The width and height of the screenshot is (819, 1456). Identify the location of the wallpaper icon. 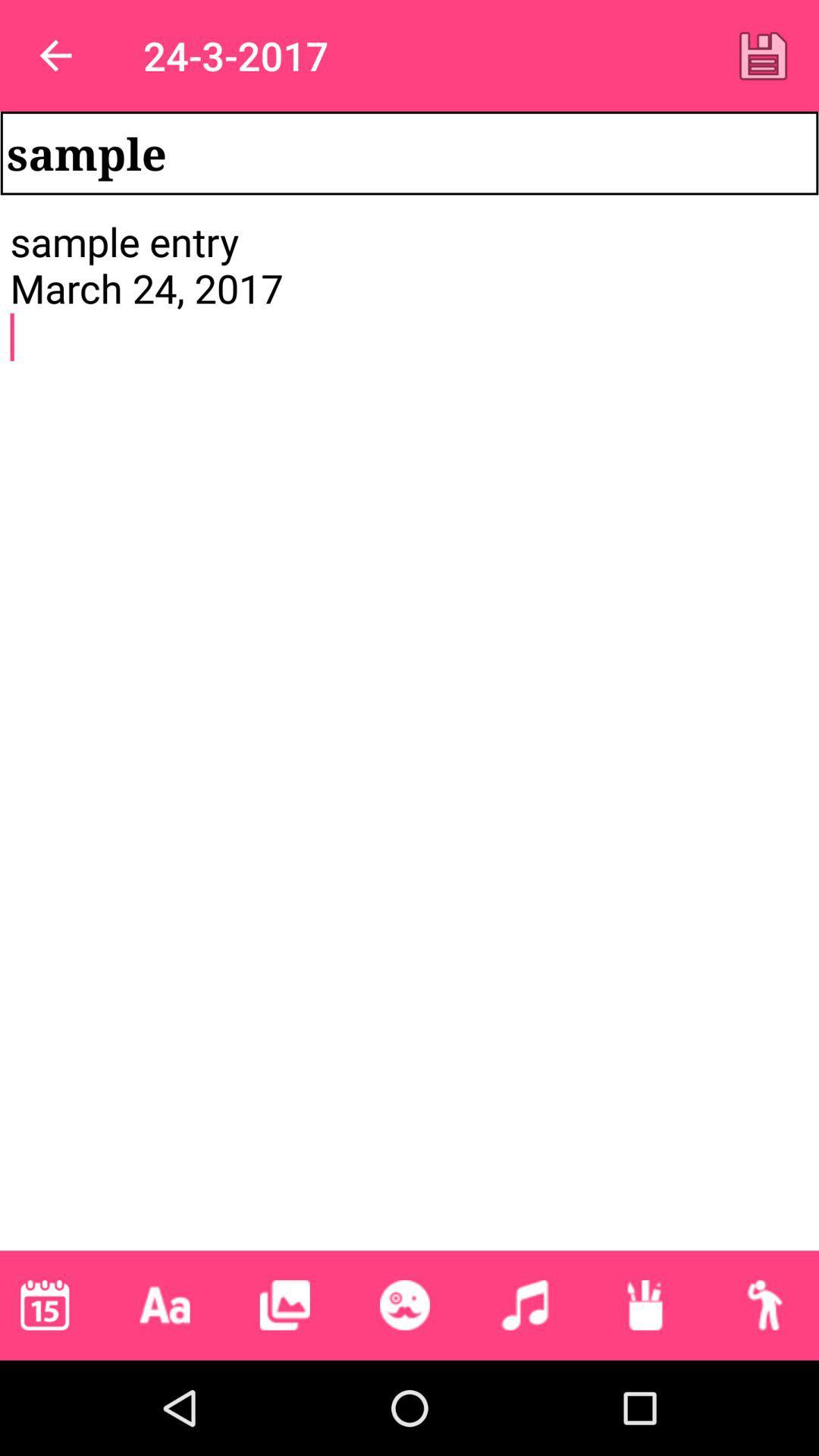
(284, 1304).